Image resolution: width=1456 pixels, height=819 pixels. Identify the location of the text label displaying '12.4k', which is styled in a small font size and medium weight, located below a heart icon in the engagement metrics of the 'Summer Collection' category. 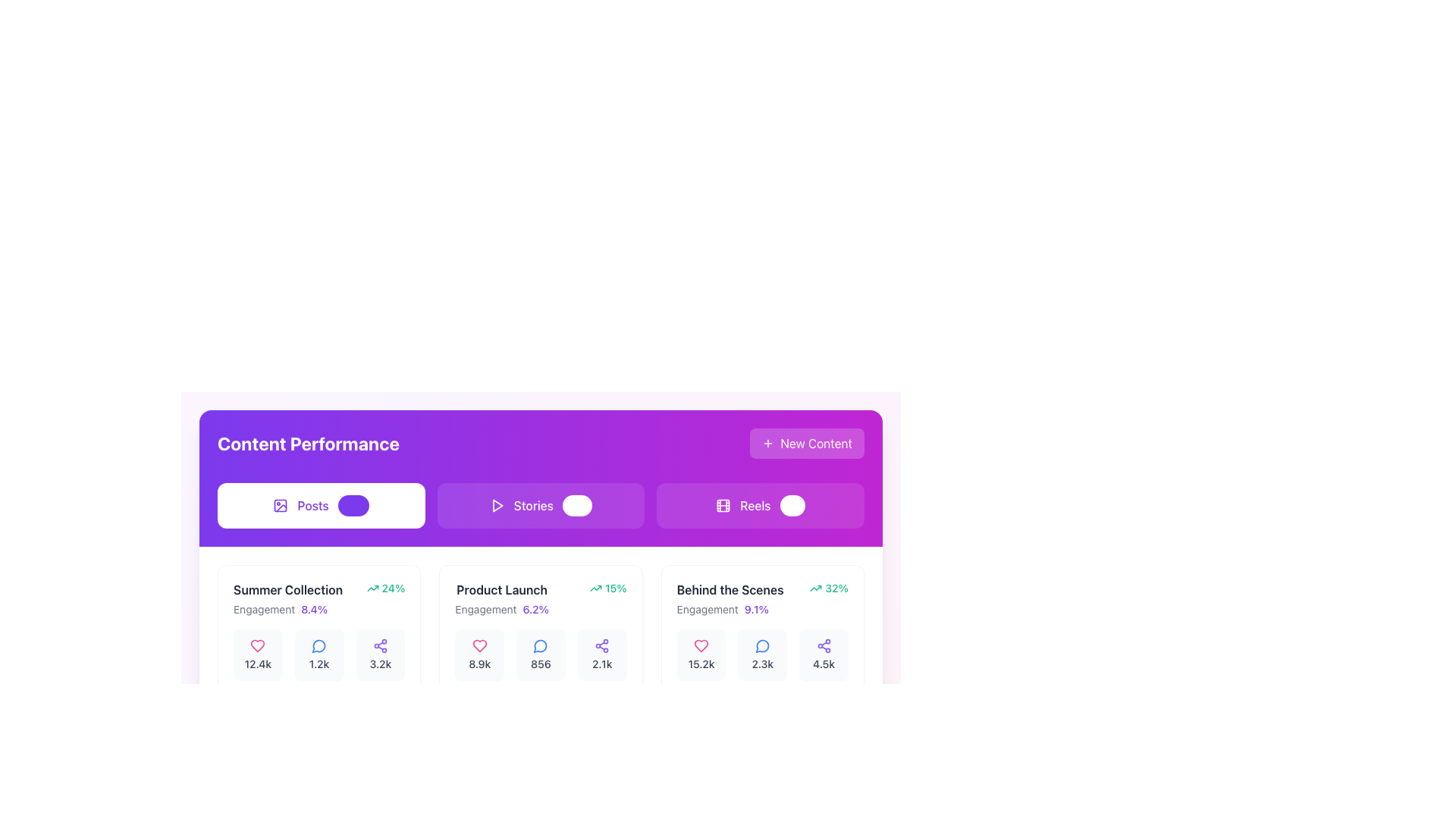
(258, 663).